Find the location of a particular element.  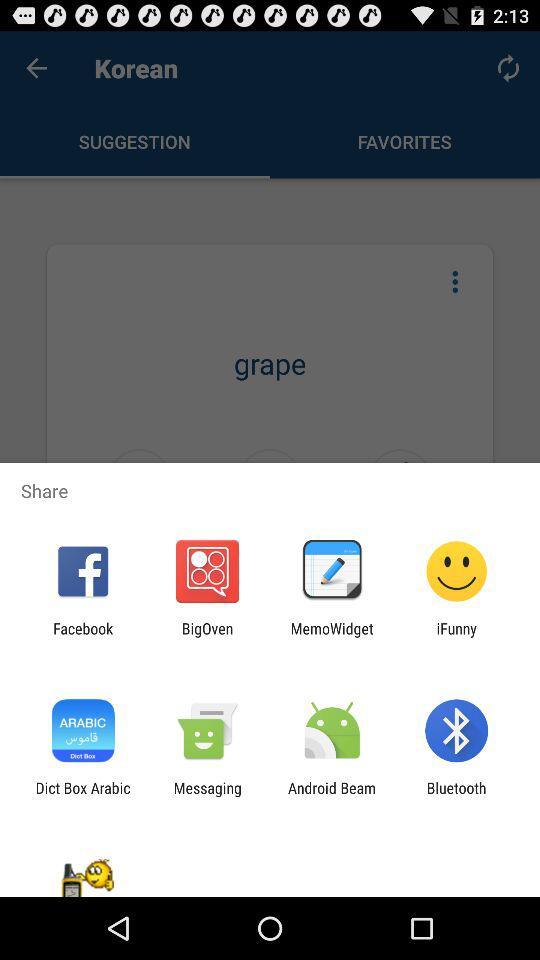

the dict box arabic is located at coordinates (82, 796).